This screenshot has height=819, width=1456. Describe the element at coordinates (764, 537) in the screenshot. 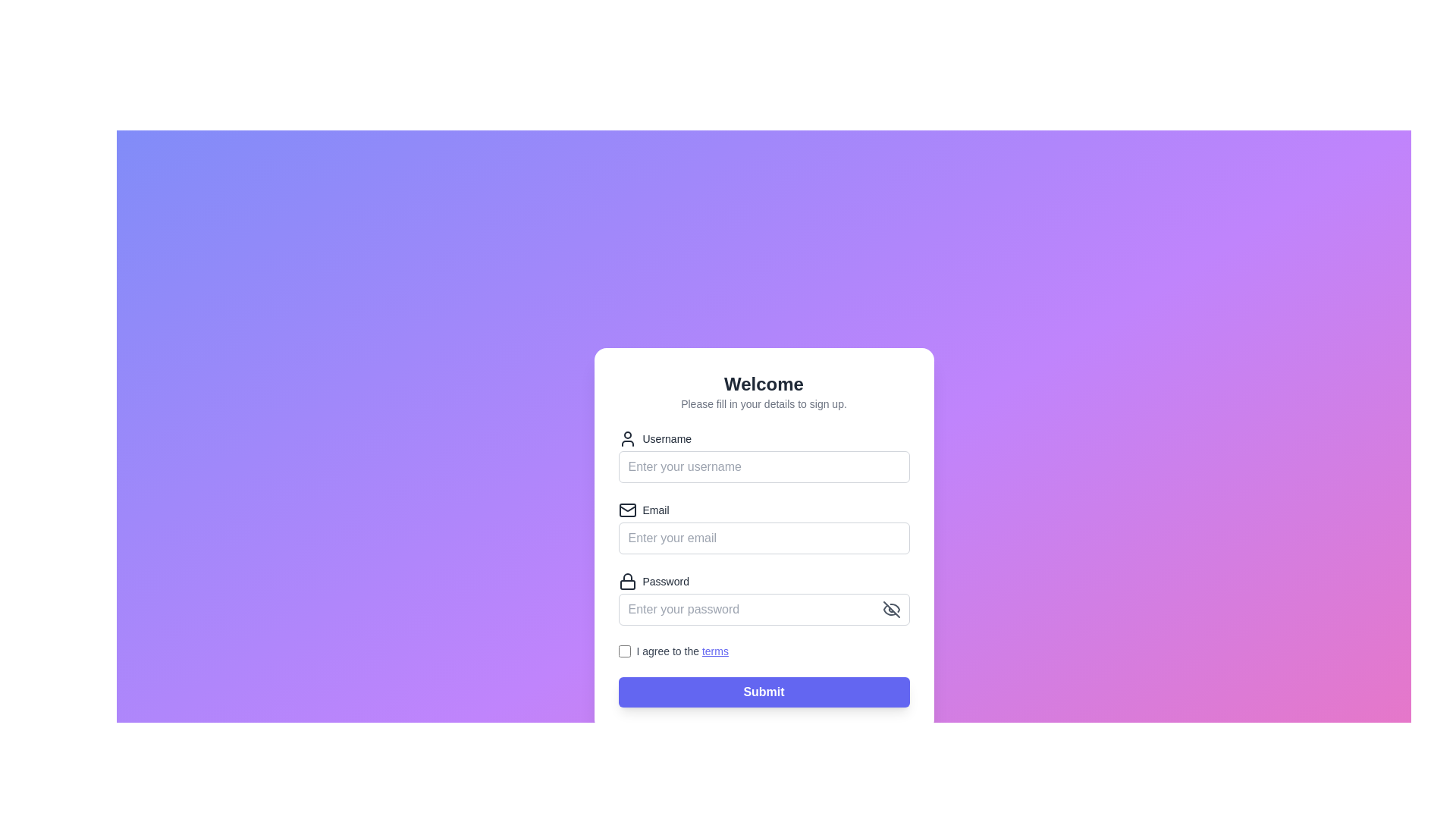

I see `the Text input field for email address located below the 'Email' label, to bring up the keyboard on mobile` at that location.